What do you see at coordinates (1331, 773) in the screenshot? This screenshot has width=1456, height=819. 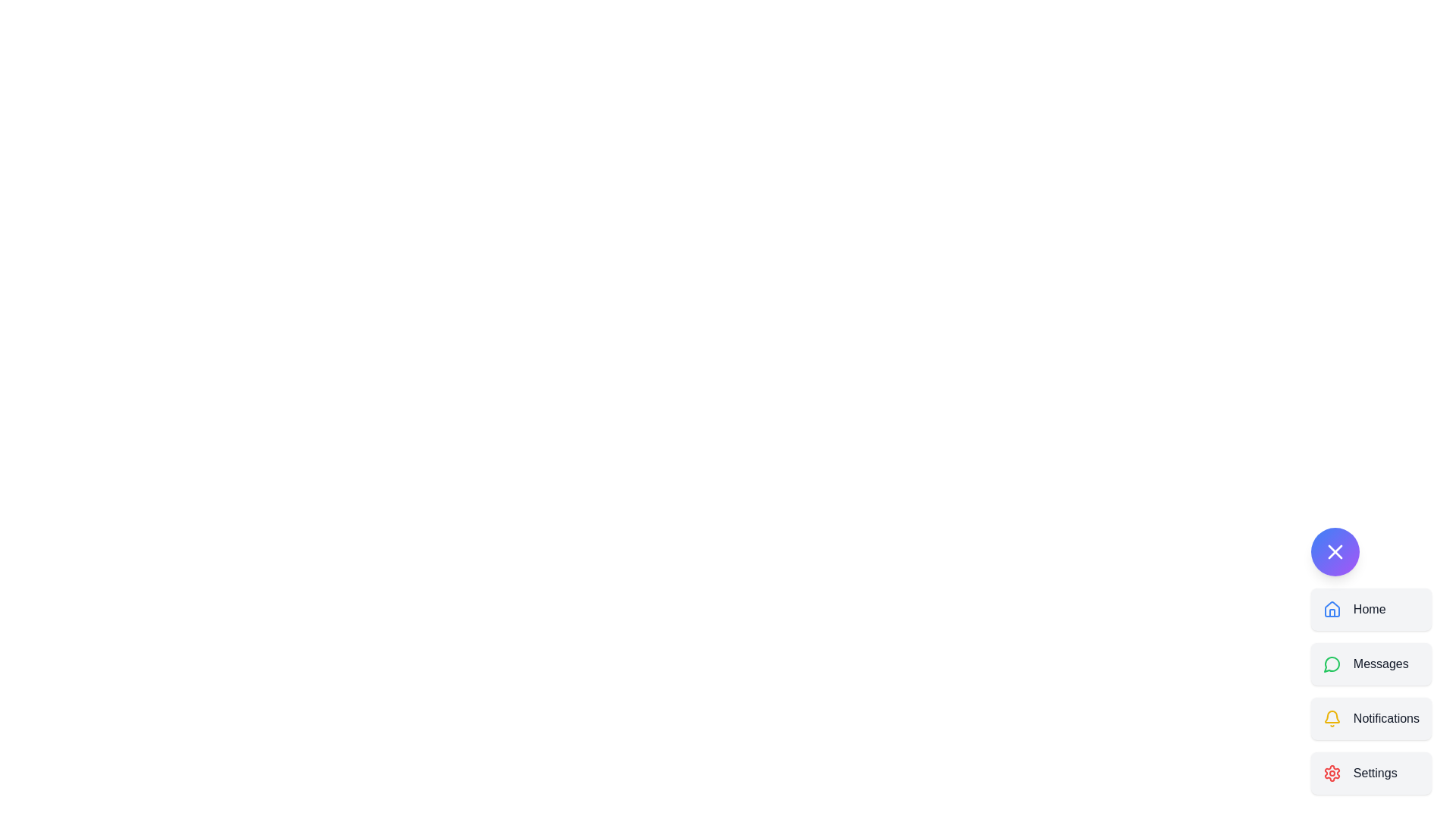 I see `the circular 'Settings' icon located at the bottom right of the menu` at bounding box center [1331, 773].